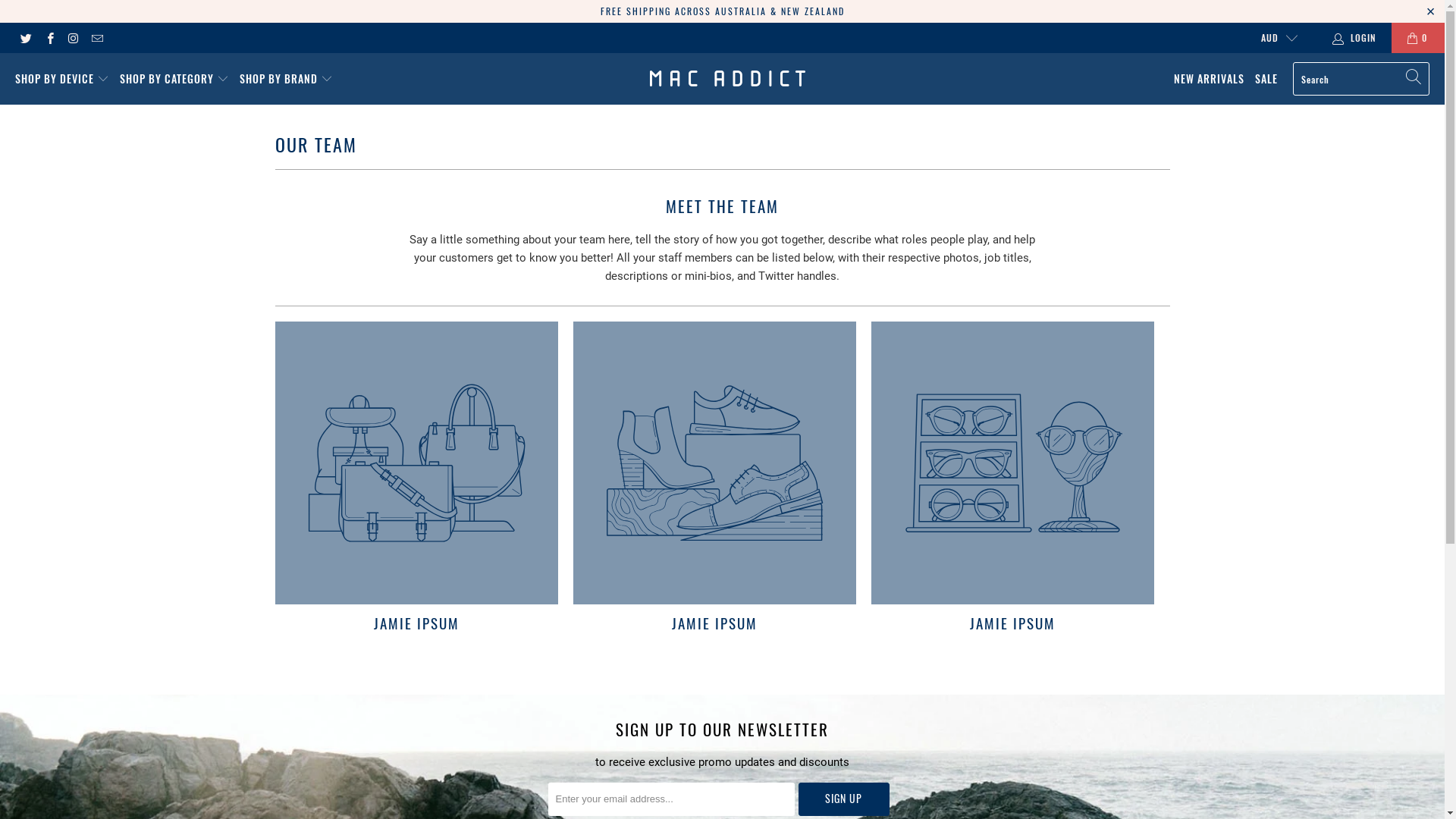 Image resolution: width=1456 pixels, height=819 pixels. What do you see at coordinates (1417, 37) in the screenshot?
I see `'0'` at bounding box center [1417, 37].